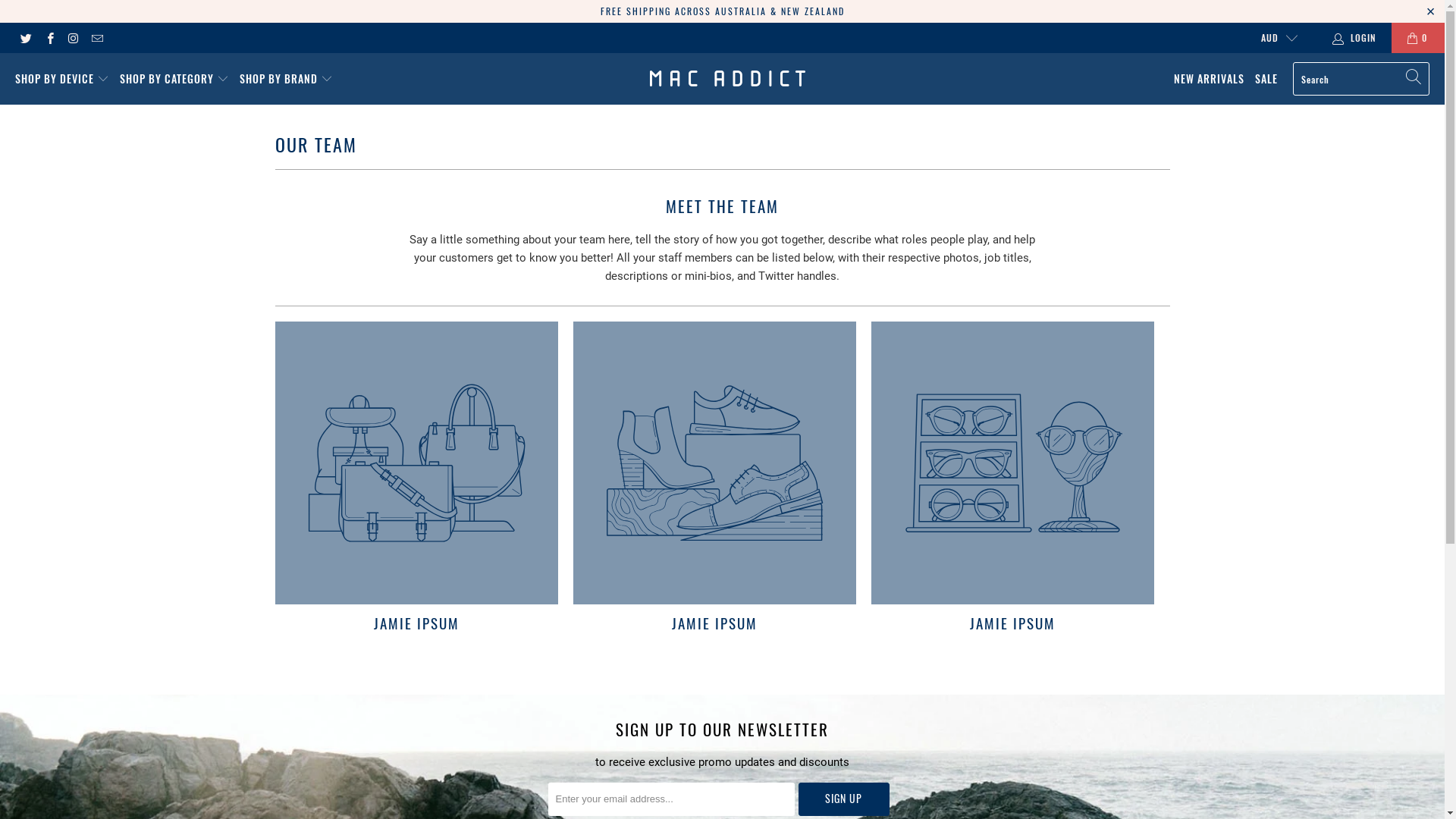 Image resolution: width=1456 pixels, height=819 pixels. What do you see at coordinates (1417, 37) in the screenshot?
I see `'0'` at bounding box center [1417, 37].